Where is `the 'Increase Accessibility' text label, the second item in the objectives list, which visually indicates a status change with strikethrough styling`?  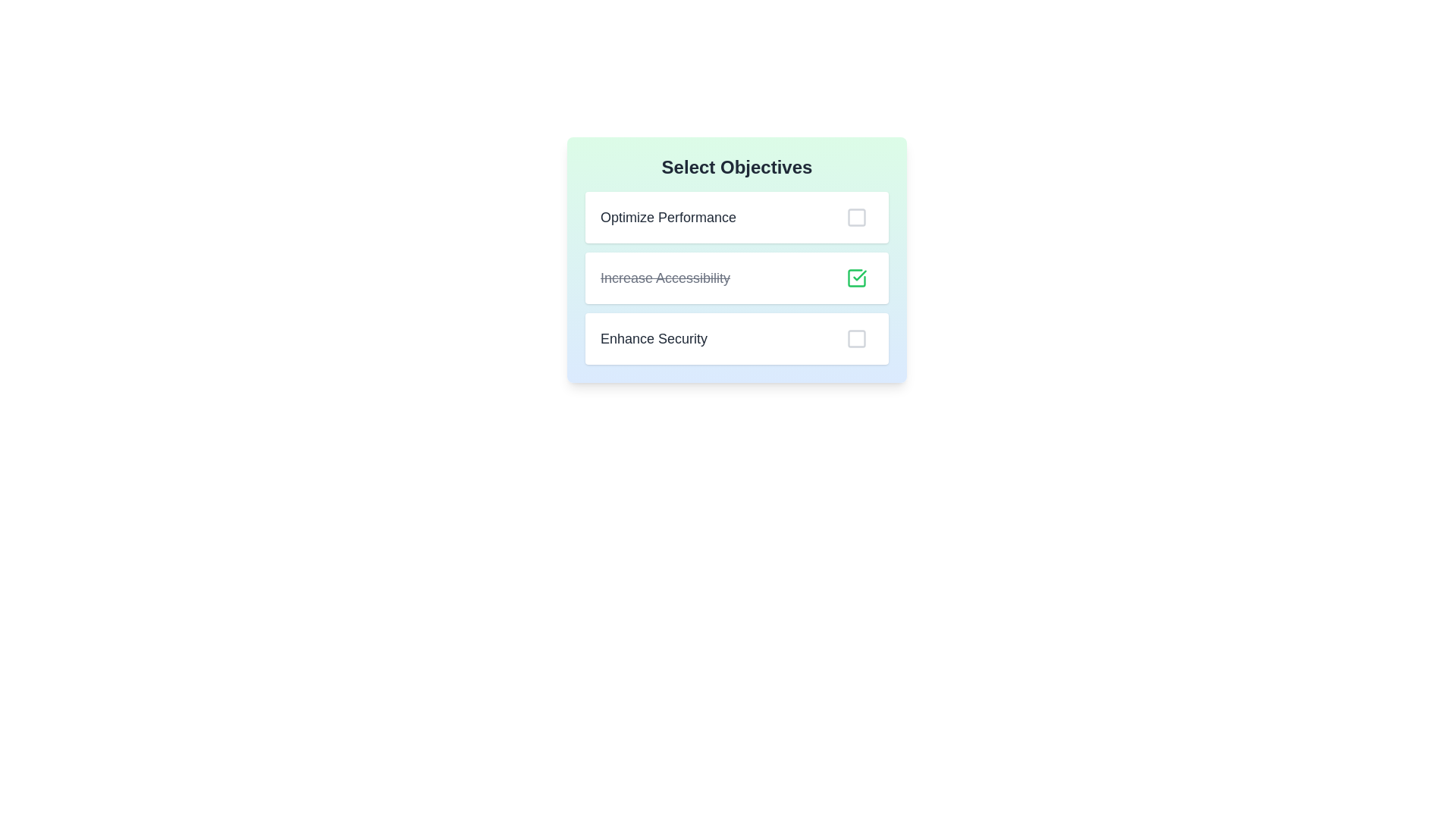
the 'Increase Accessibility' text label, the second item in the objectives list, which visually indicates a status change with strikethrough styling is located at coordinates (665, 278).